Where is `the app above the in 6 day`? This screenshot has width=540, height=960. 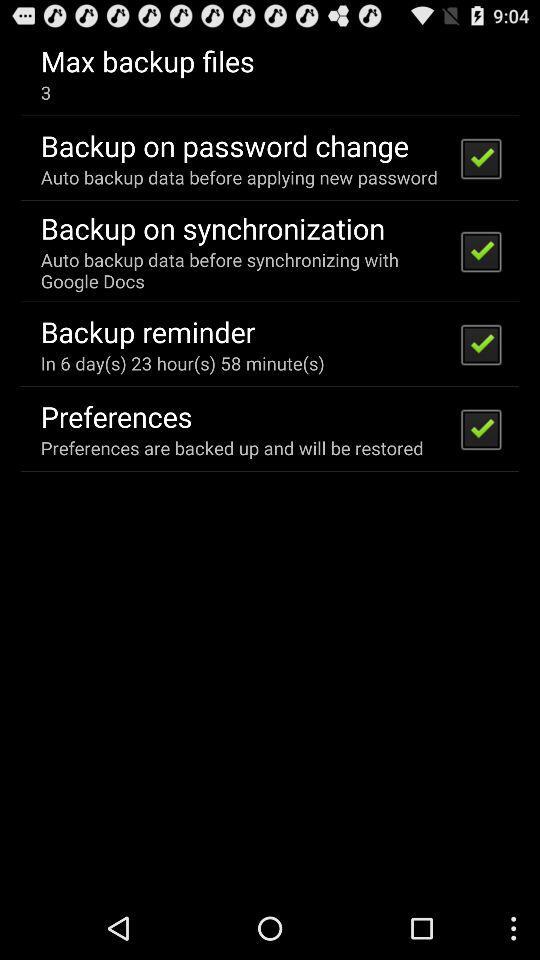 the app above the in 6 day is located at coordinates (147, 331).